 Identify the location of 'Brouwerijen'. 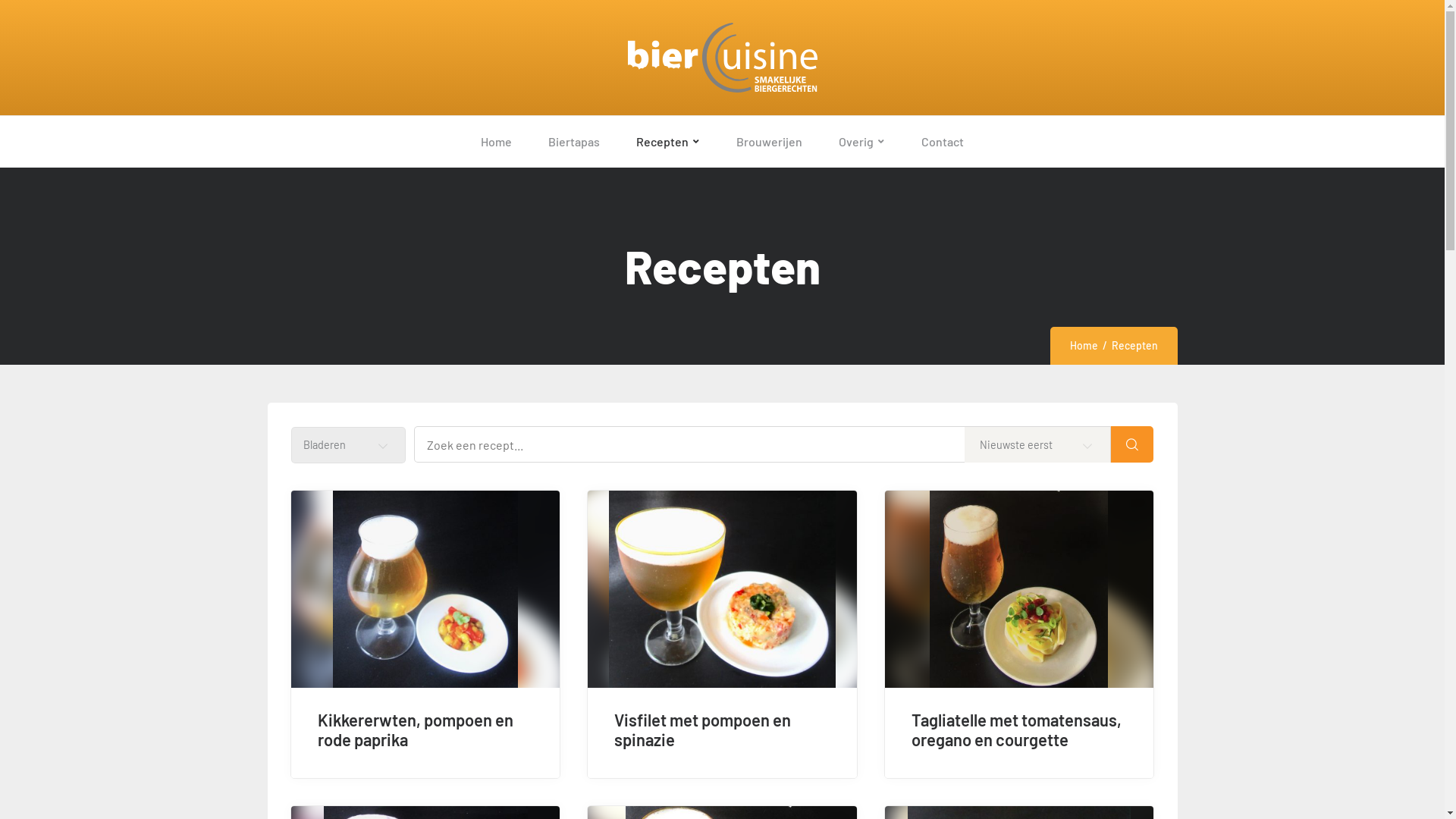
(717, 141).